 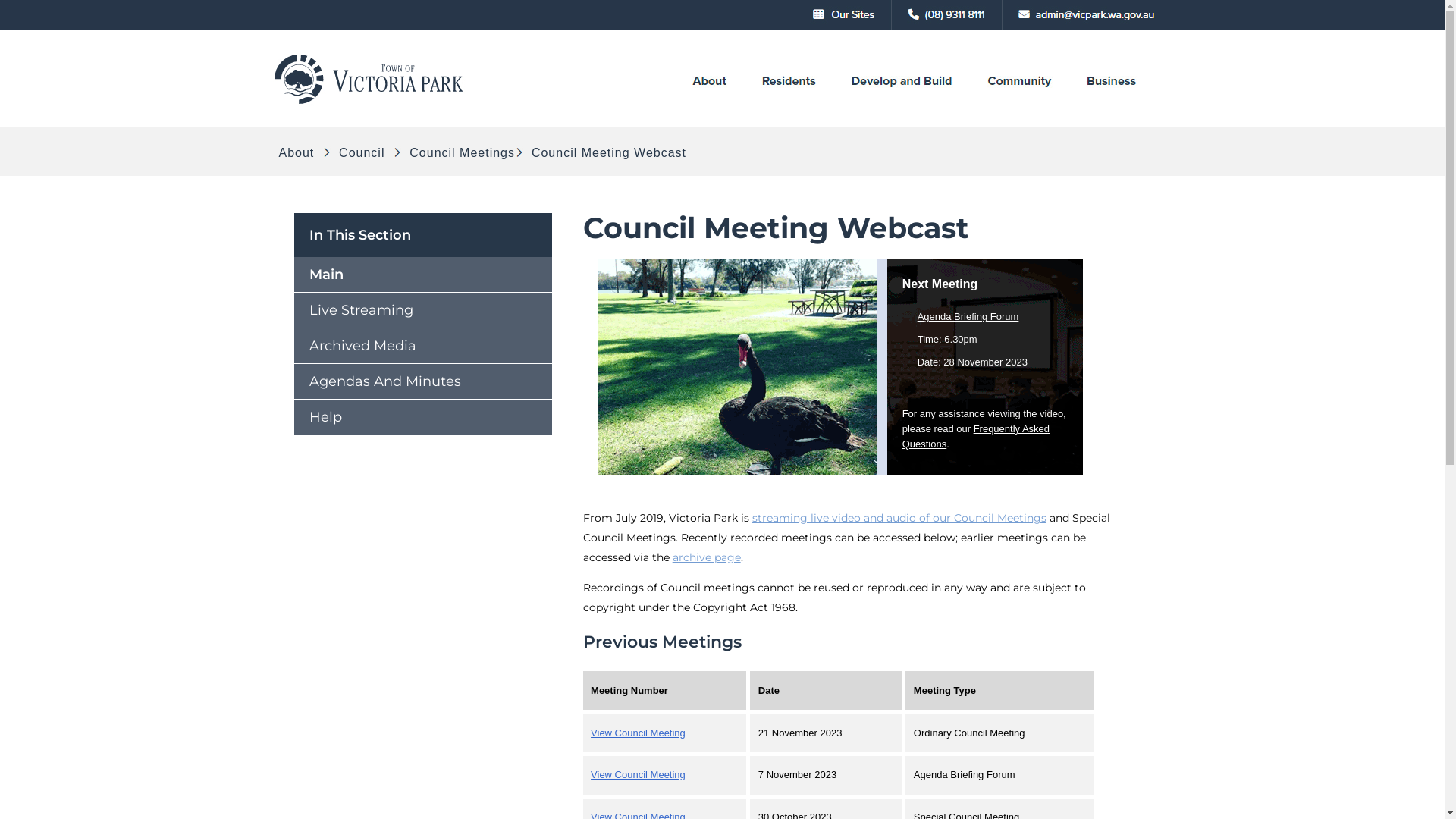 I want to click on 'Council', so click(x=334, y=152).